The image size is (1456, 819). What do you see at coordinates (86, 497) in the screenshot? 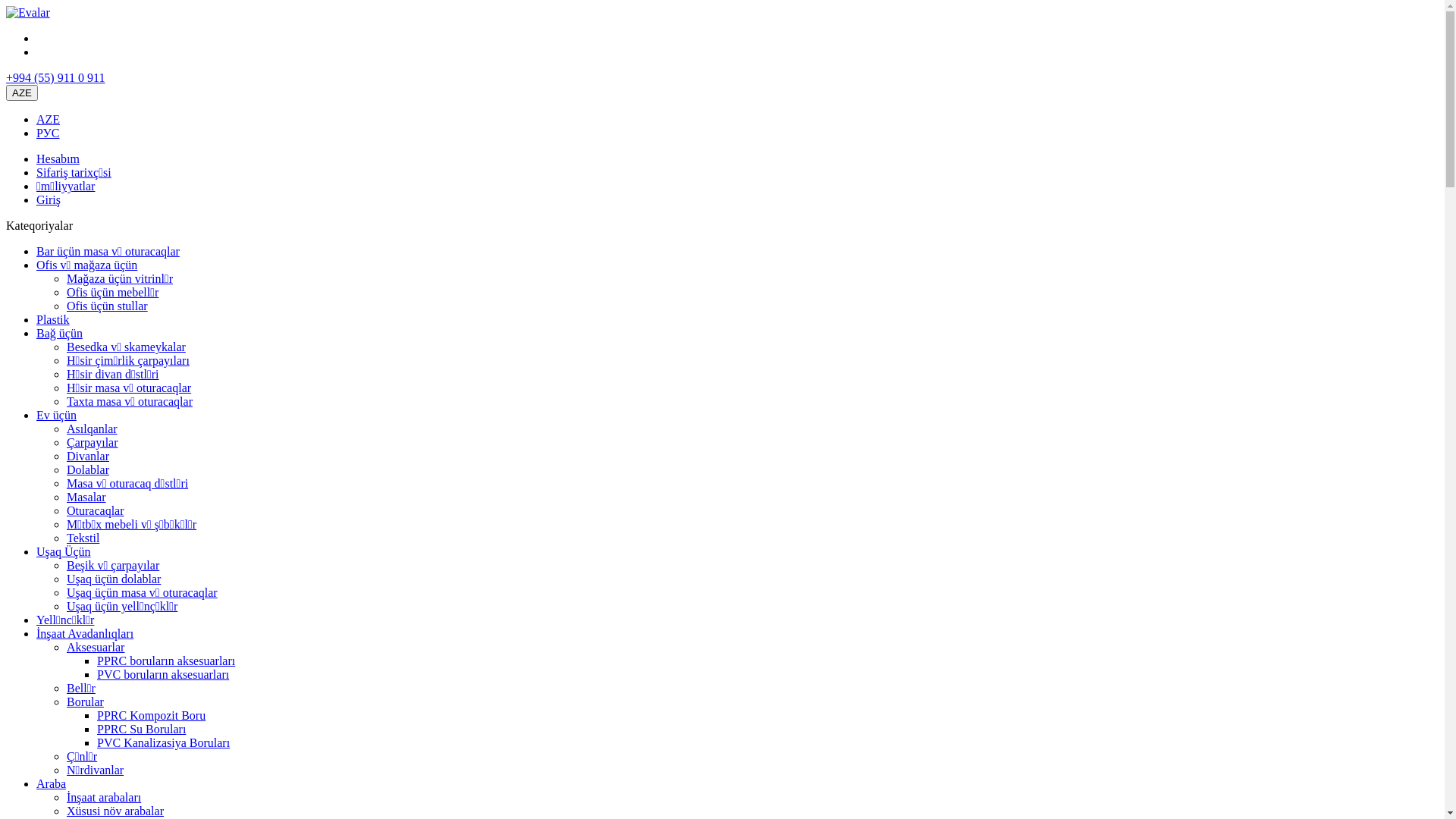
I see `'Masalar'` at bounding box center [86, 497].